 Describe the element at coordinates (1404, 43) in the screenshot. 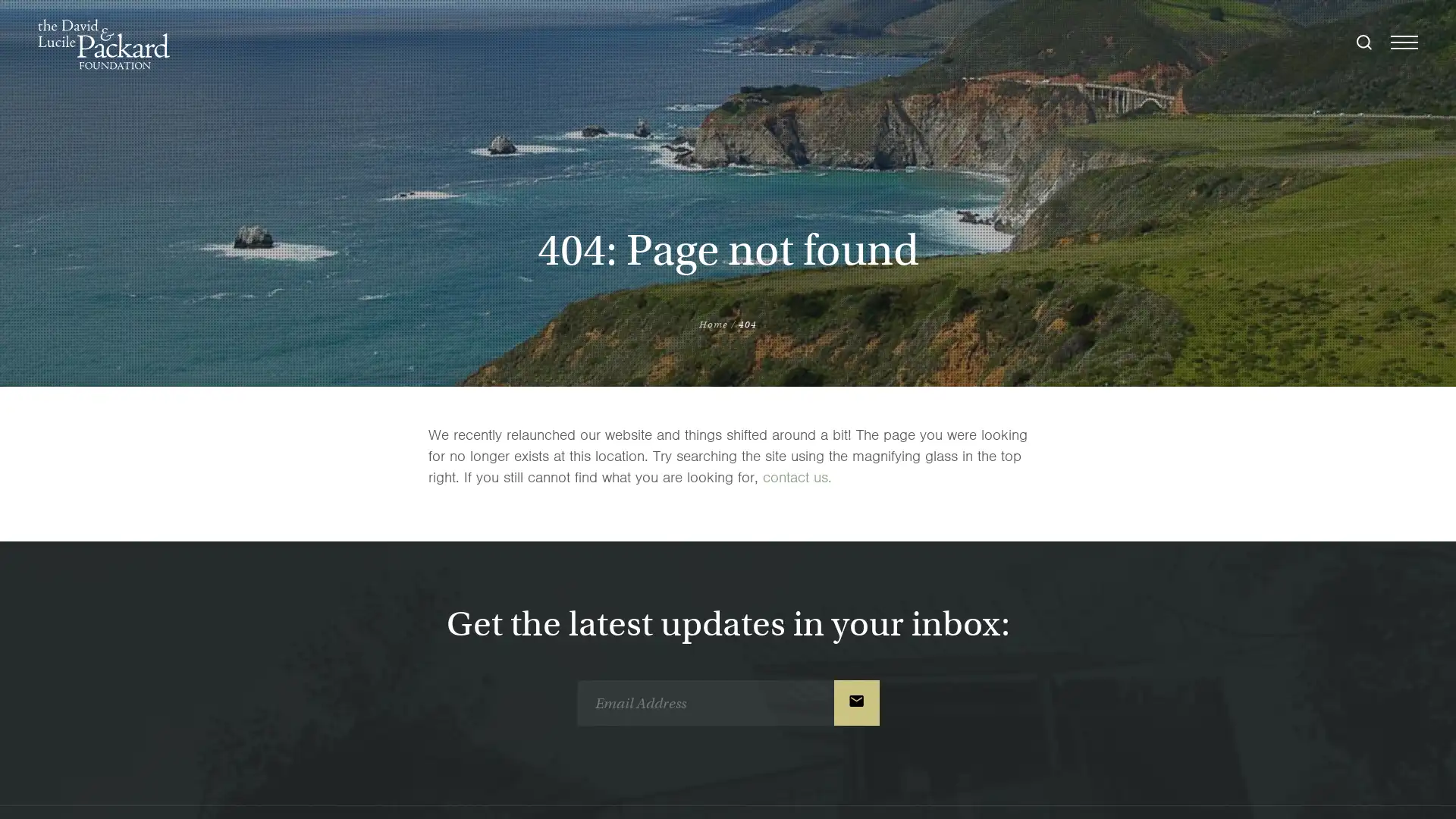

I see `Mobile Navigation Toggle` at that location.